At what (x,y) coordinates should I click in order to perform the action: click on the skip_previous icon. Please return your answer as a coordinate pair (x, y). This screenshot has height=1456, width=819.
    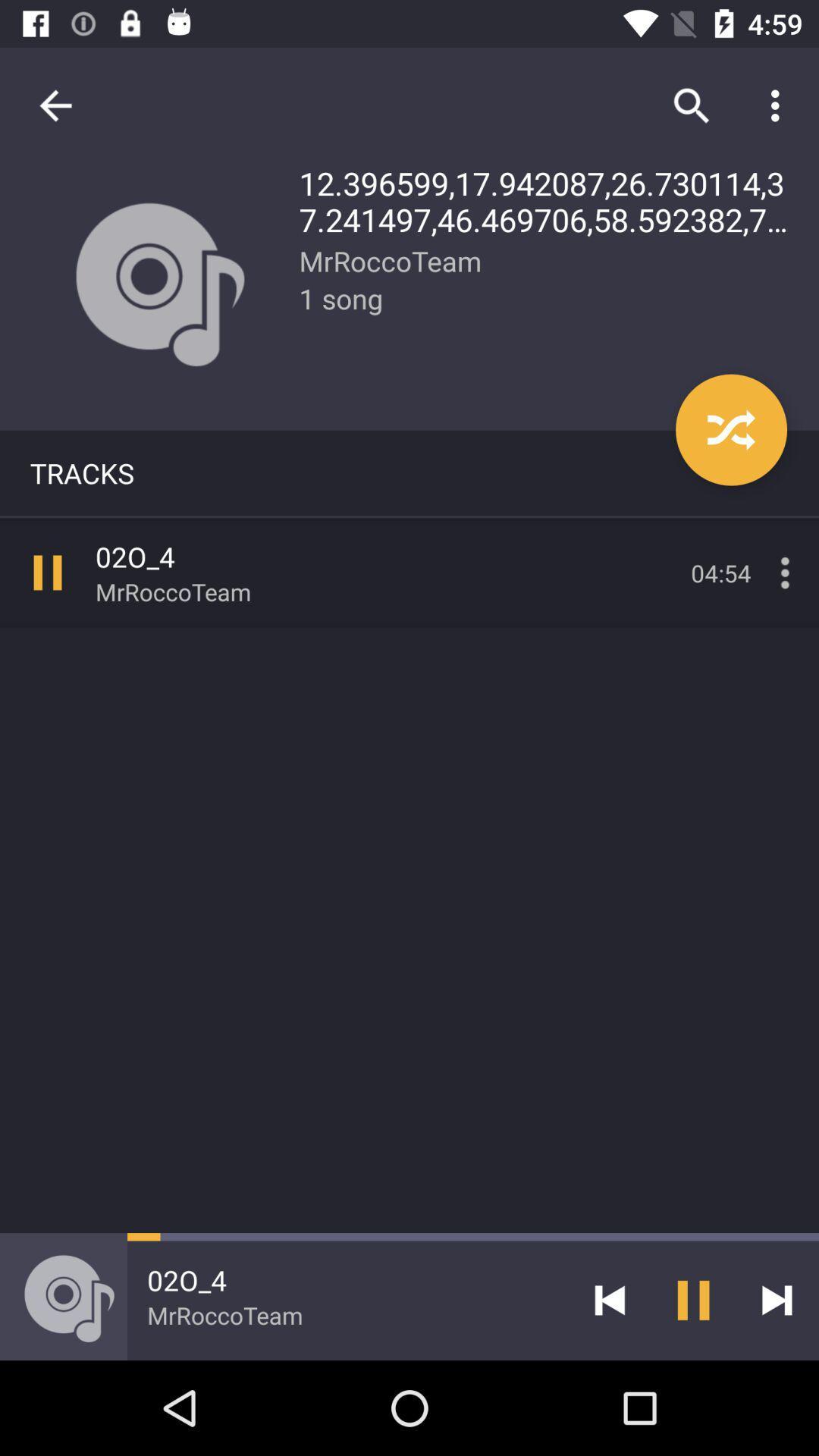
    Looking at the image, I should click on (609, 1299).